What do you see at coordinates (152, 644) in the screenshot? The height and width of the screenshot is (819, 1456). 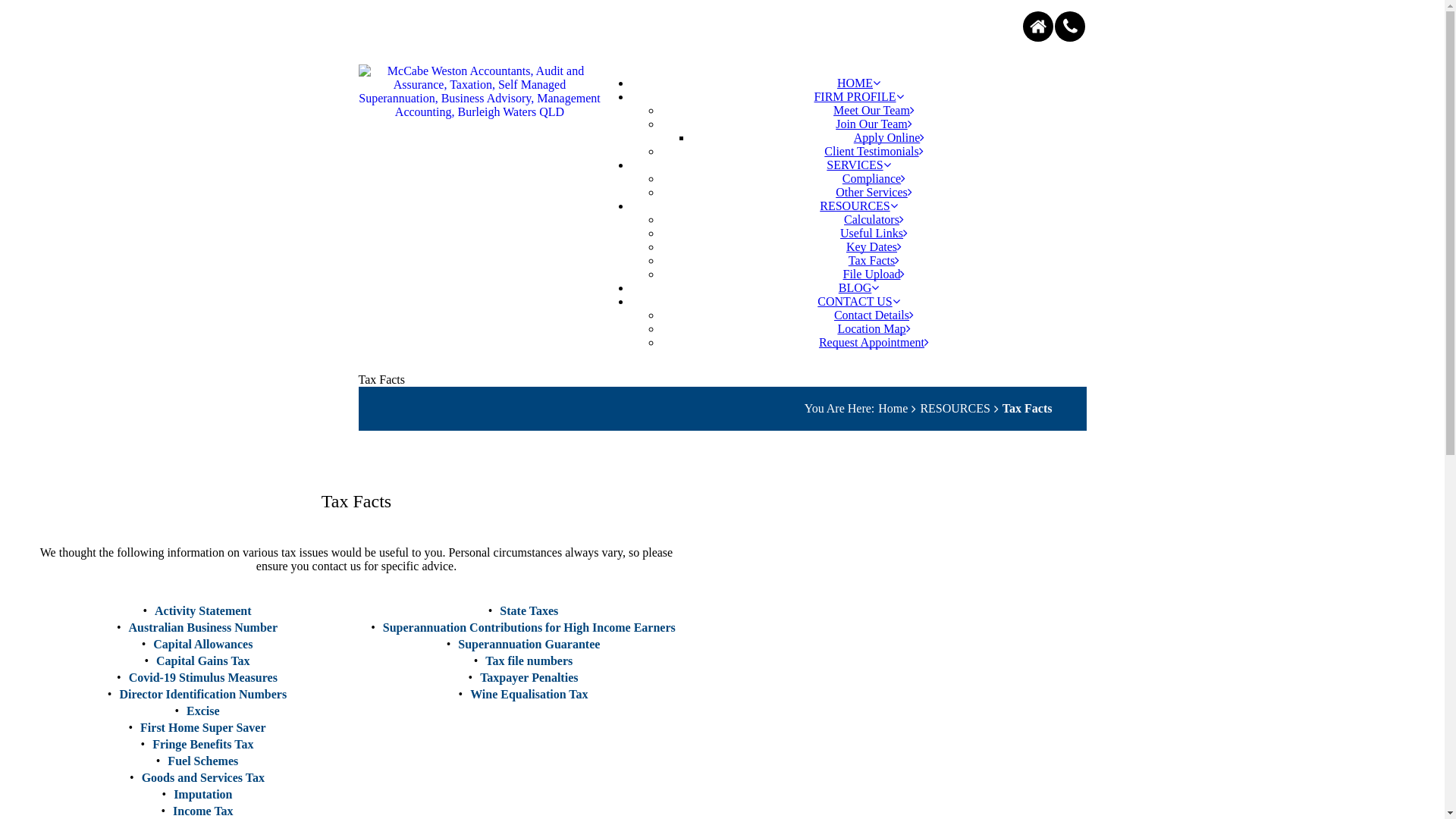 I see `'Capital Allowances'` at bounding box center [152, 644].